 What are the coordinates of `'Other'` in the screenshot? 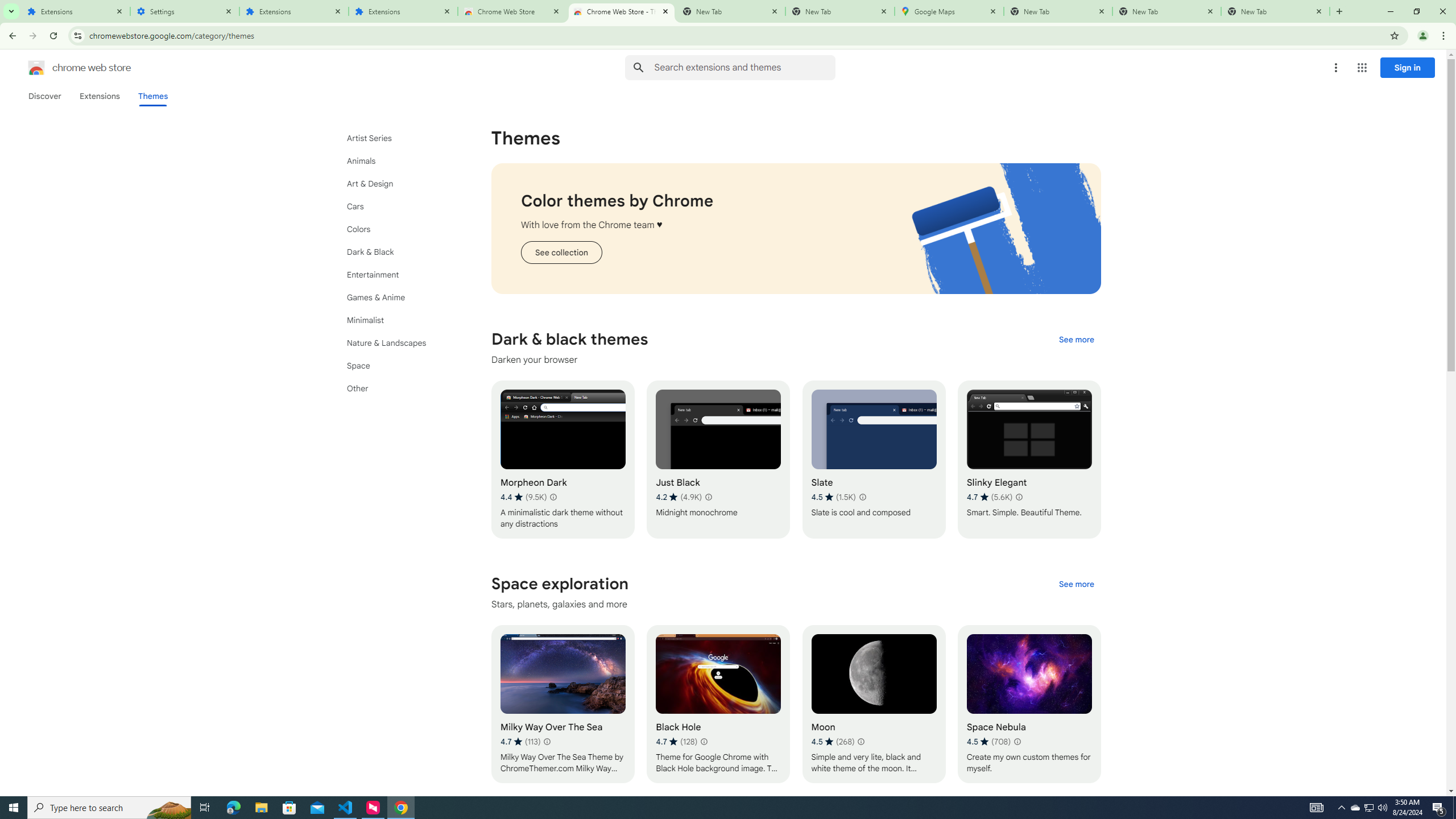 It's located at (399, 387).